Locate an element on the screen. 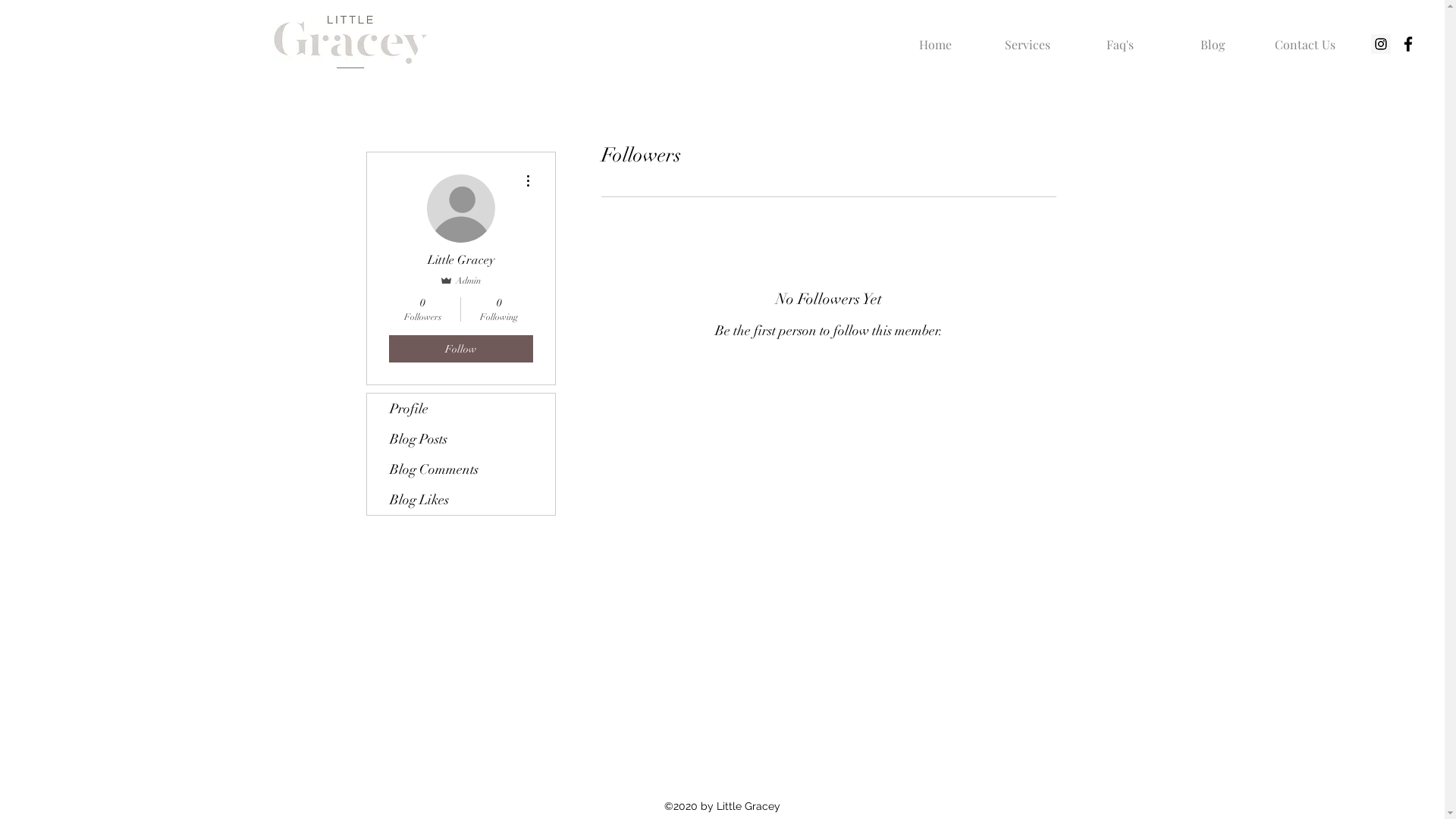 The height and width of the screenshot is (819, 1456). 'Services' is located at coordinates (981, 37).